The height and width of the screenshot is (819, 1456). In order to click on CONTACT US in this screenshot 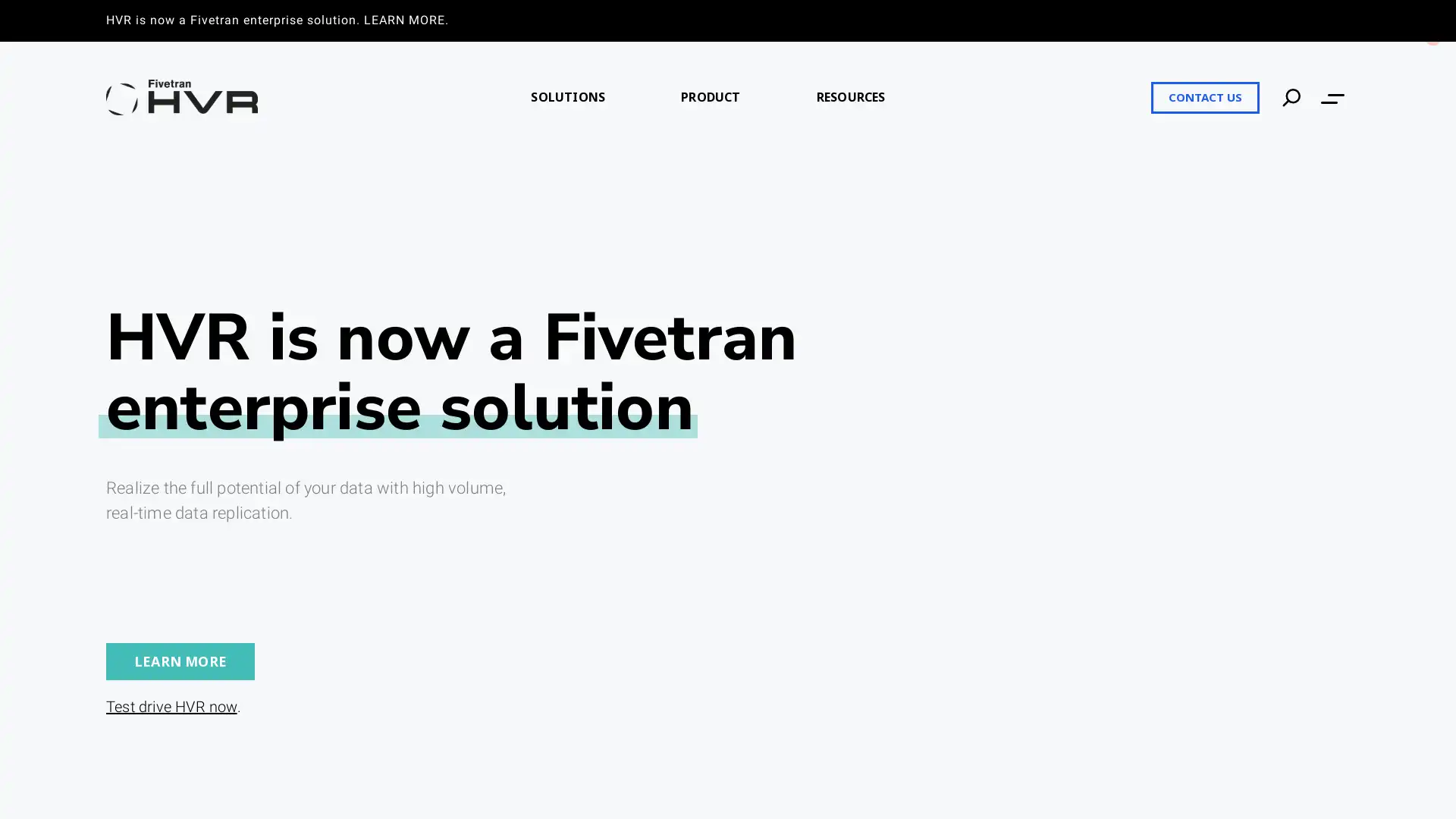, I will do `click(1204, 96)`.